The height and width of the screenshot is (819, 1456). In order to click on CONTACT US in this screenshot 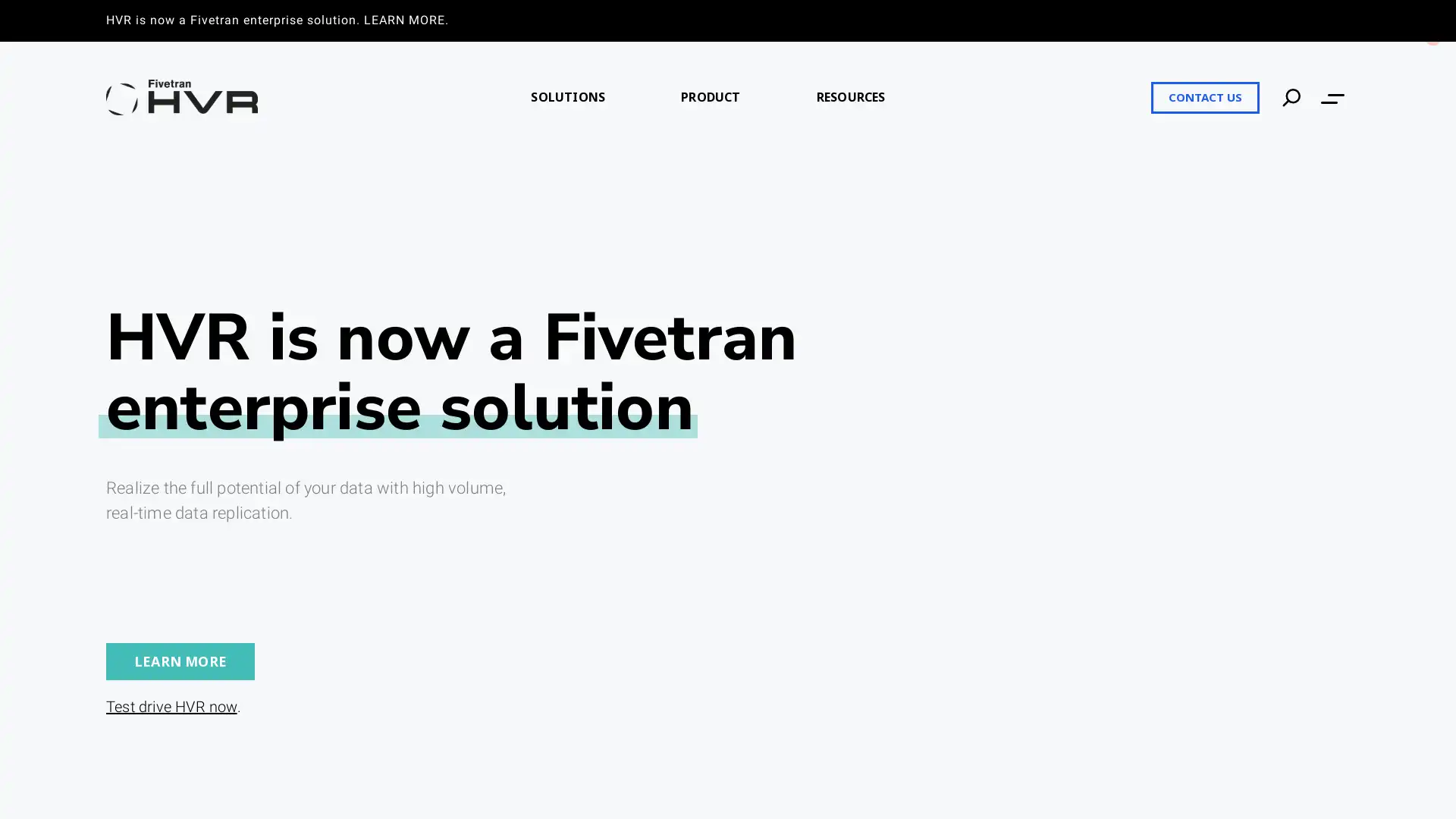, I will do `click(1204, 96)`.